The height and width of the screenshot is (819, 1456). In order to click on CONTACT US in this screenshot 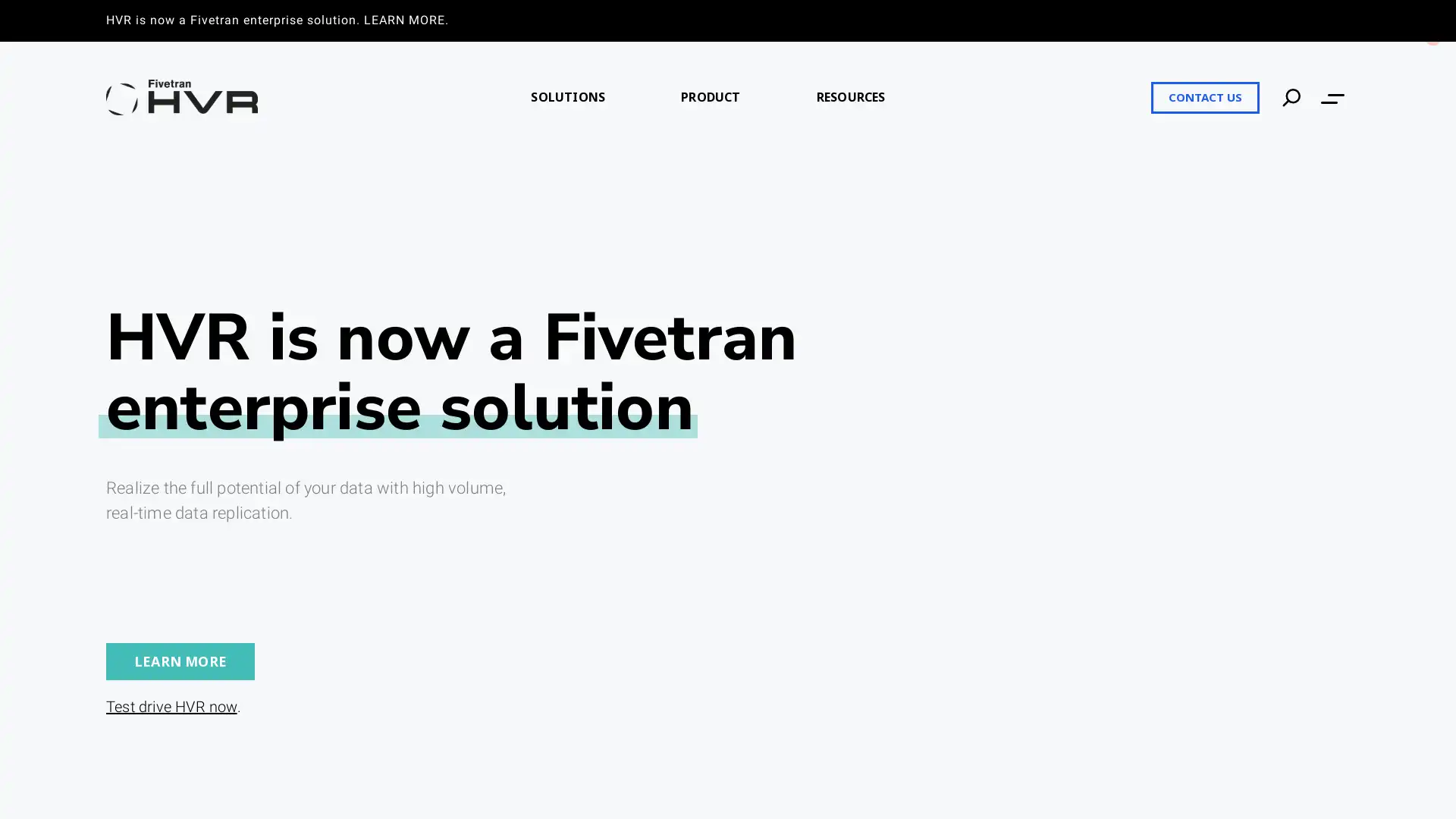, I will do `click(1204, 96)`.